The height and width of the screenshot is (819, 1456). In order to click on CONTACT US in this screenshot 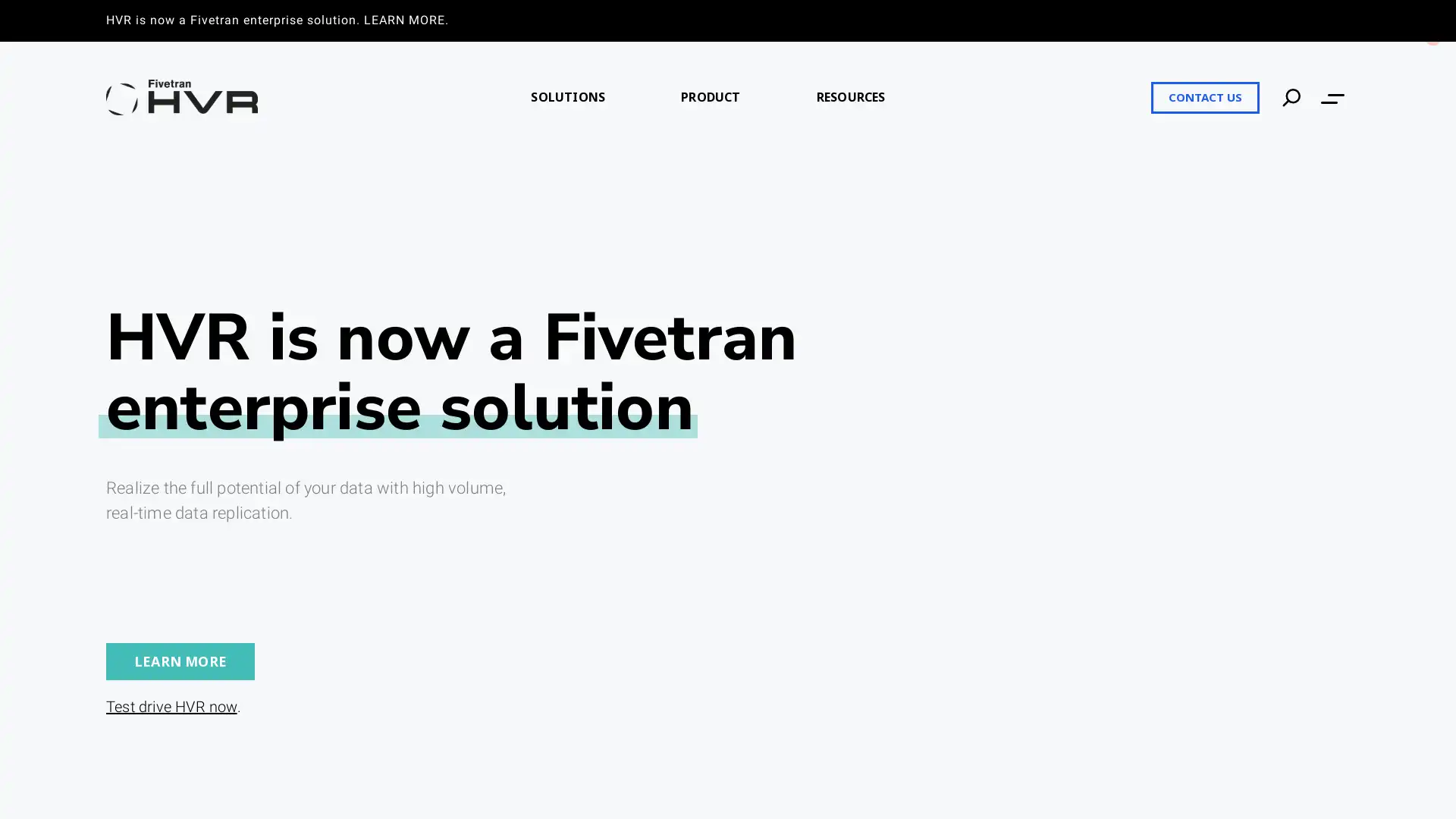, I will do `click(1204, 96)`.